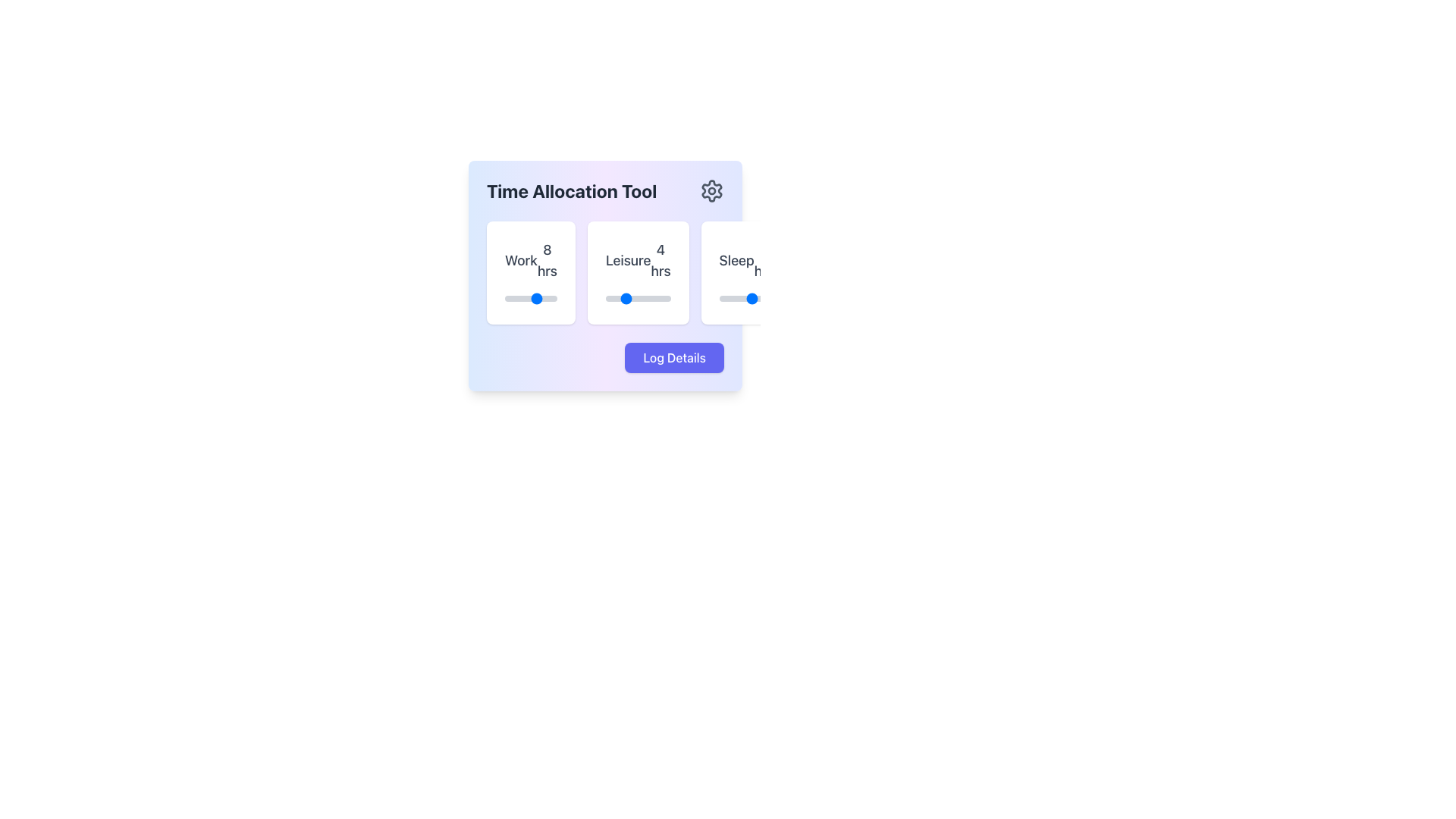 The width and height of the screenshot is (1456, 819). I want to click on the 'Leisure' text label, which consists of 'Leisure' and '4 hrs' in bold, dark gray font, centrally located in the middle column above a slider component, so click(638, 259).